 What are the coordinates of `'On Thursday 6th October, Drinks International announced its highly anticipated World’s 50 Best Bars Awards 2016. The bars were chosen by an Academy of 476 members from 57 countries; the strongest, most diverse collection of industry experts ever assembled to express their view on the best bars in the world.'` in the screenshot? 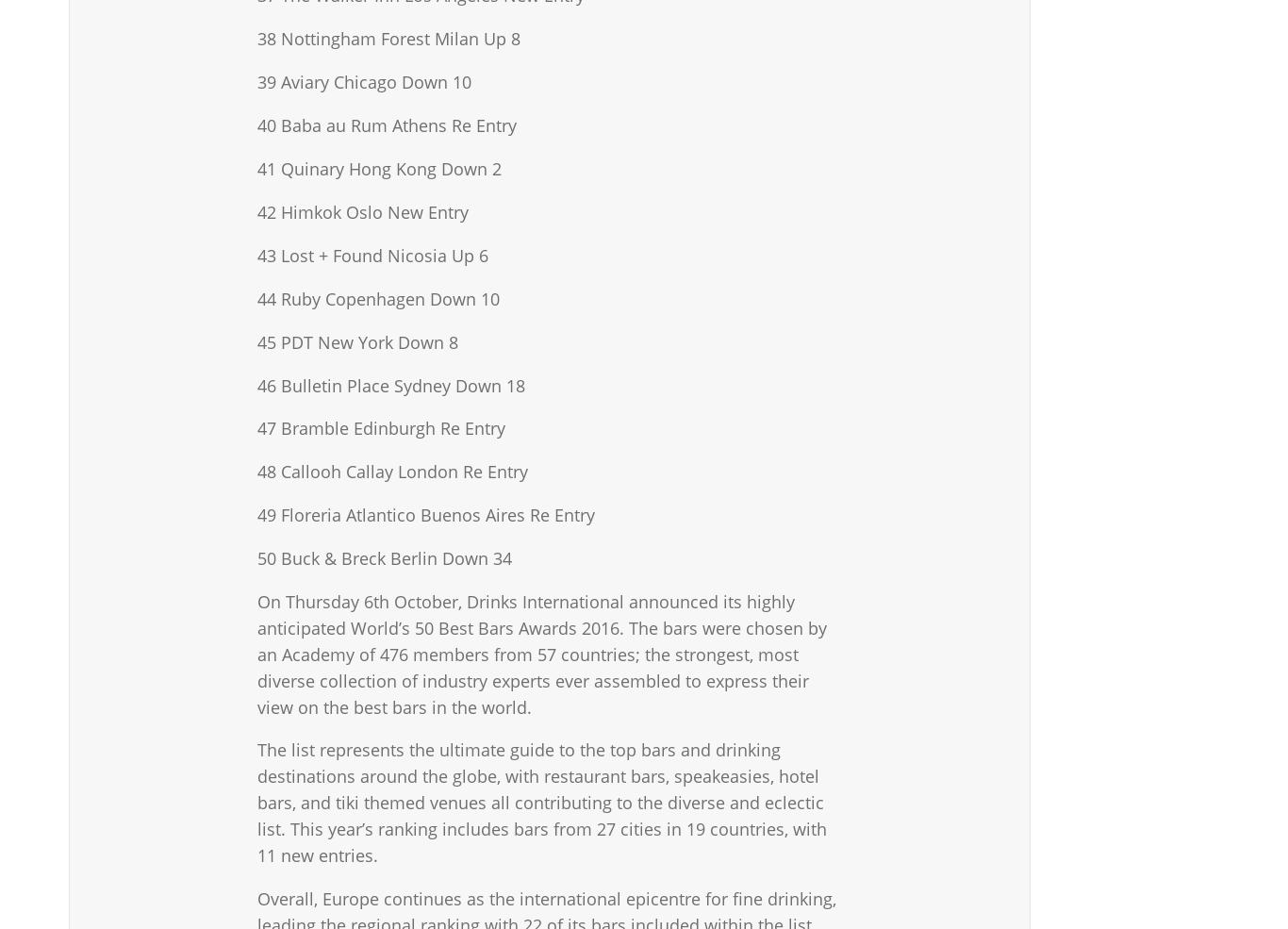 It's located at (540, 654).